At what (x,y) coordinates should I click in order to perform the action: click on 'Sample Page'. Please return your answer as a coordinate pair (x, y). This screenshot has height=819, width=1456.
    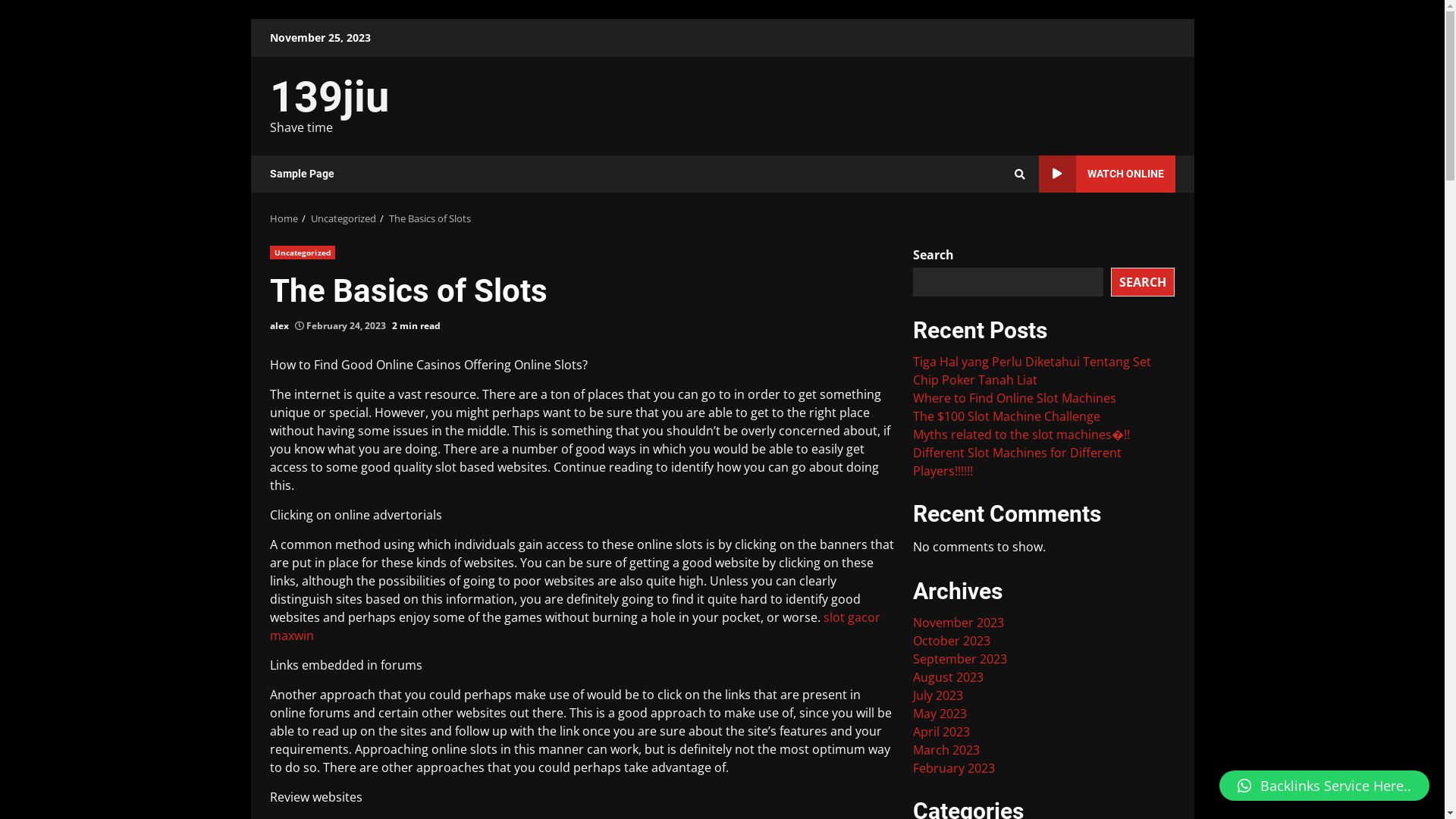
    Looking at the image, I should click on (302, 173).